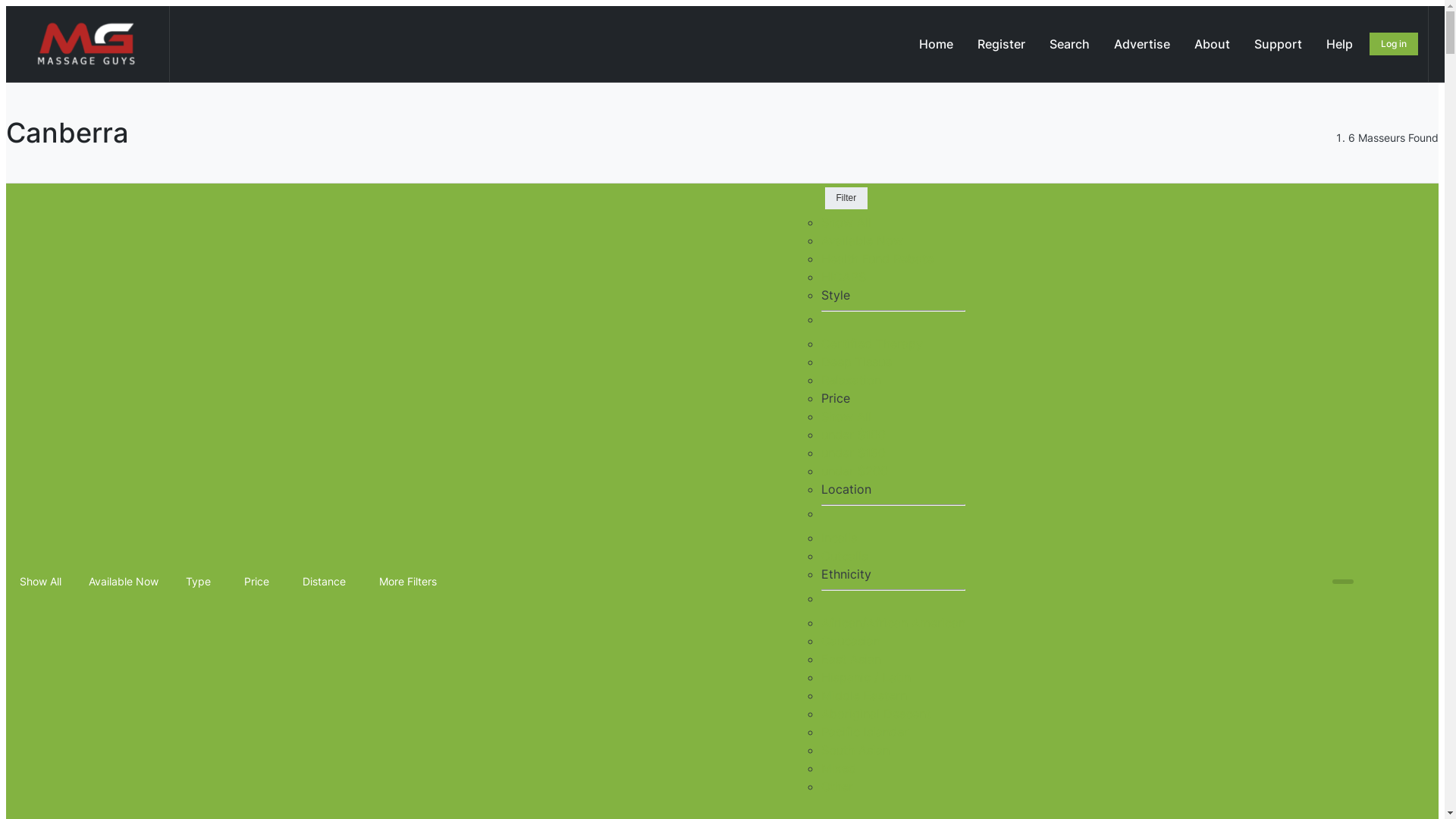 Image resolution: width=1456 pixels, height=819 pixels. I want to click on 'under $100', so click(852, 435).